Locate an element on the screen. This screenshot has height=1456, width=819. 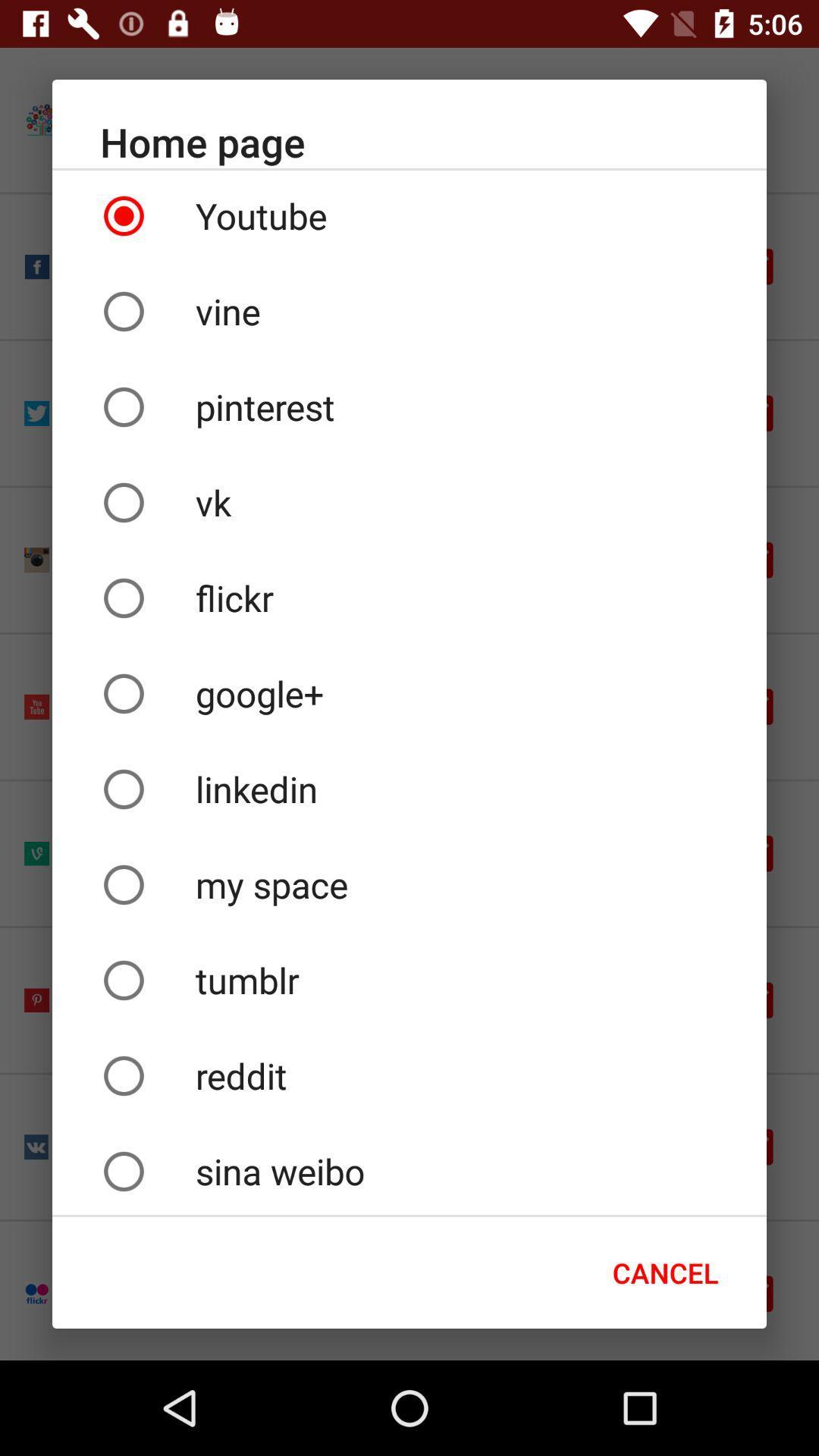
the cancel item is located at coordinates (664, 1272).